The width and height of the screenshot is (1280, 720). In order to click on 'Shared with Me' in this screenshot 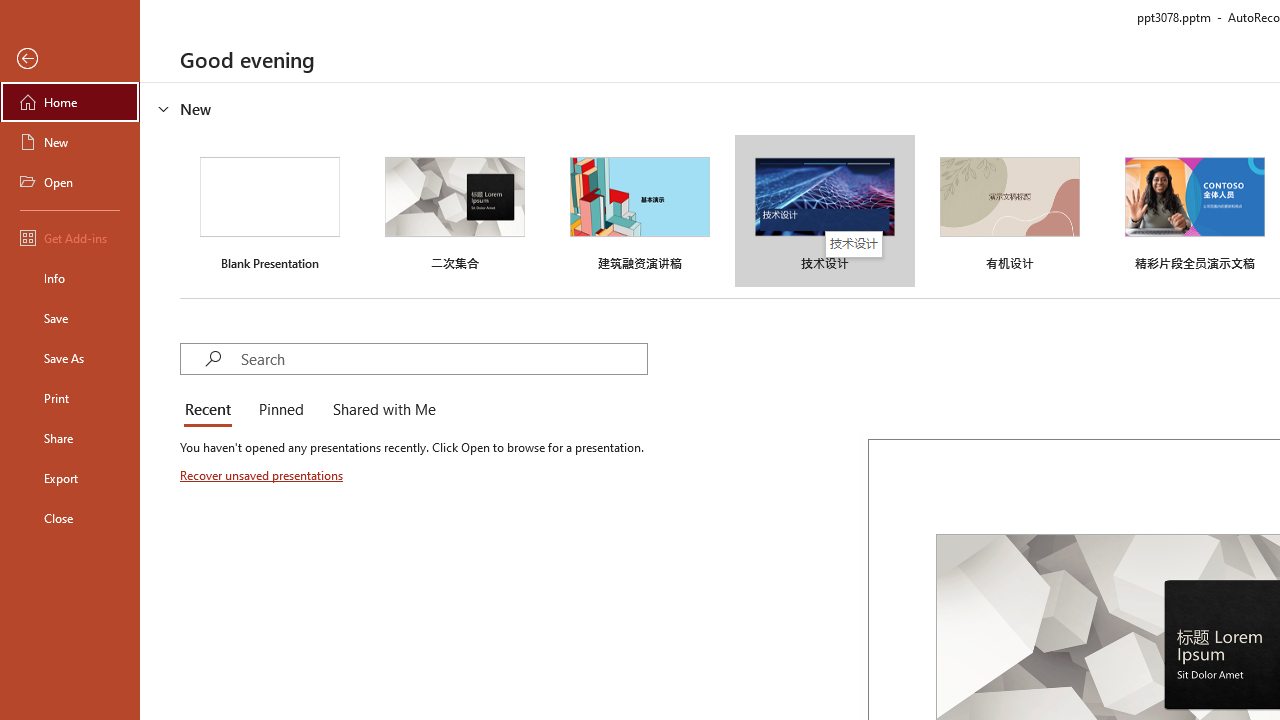, I will do `click(380, 410)`.